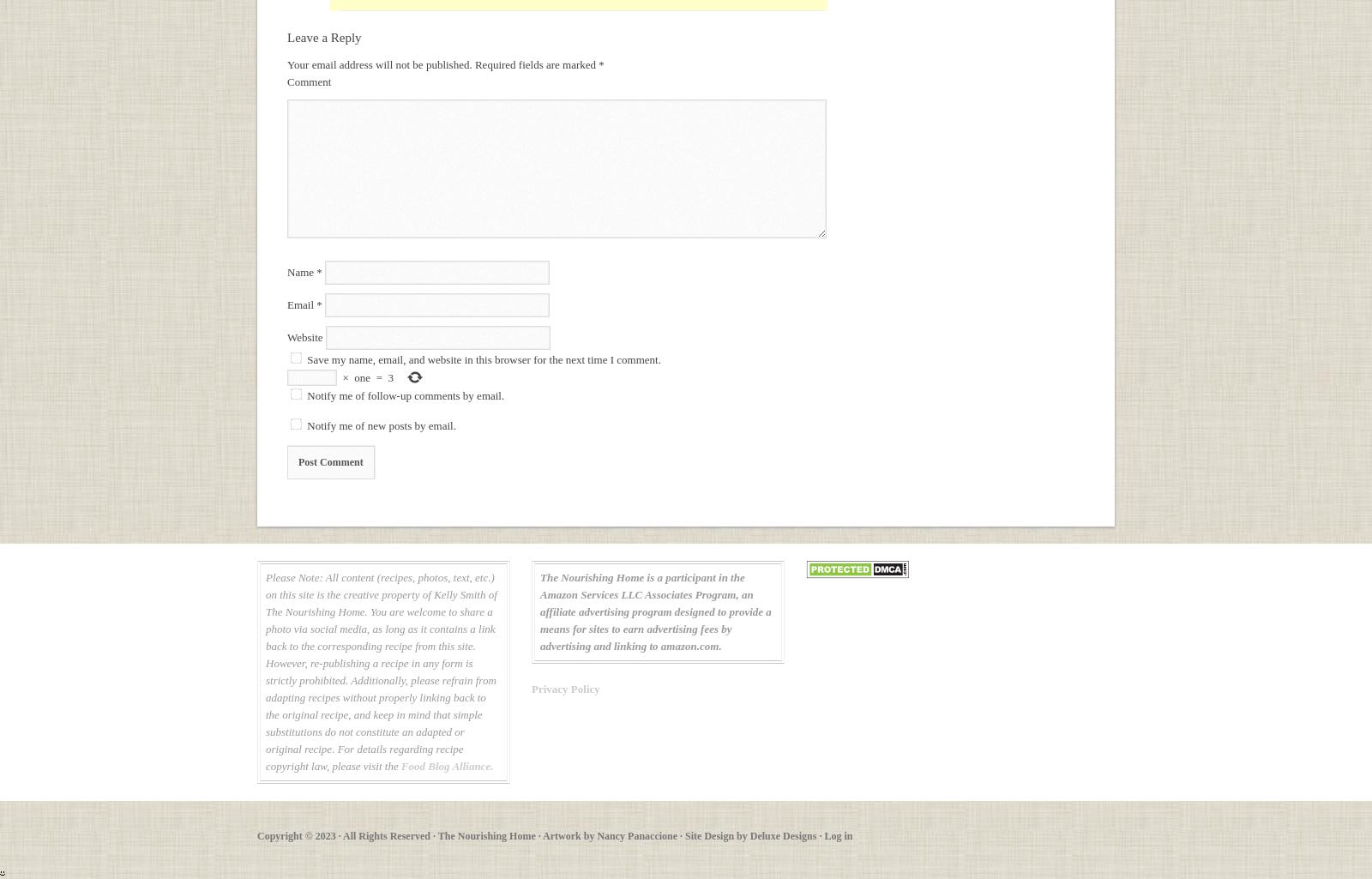 Image resolution: width=1372 pixels, height=879 pixels. What do you see at coordinates (361, 376) in the screenshot?
I see `'one'` at bounding box center [361, 376].